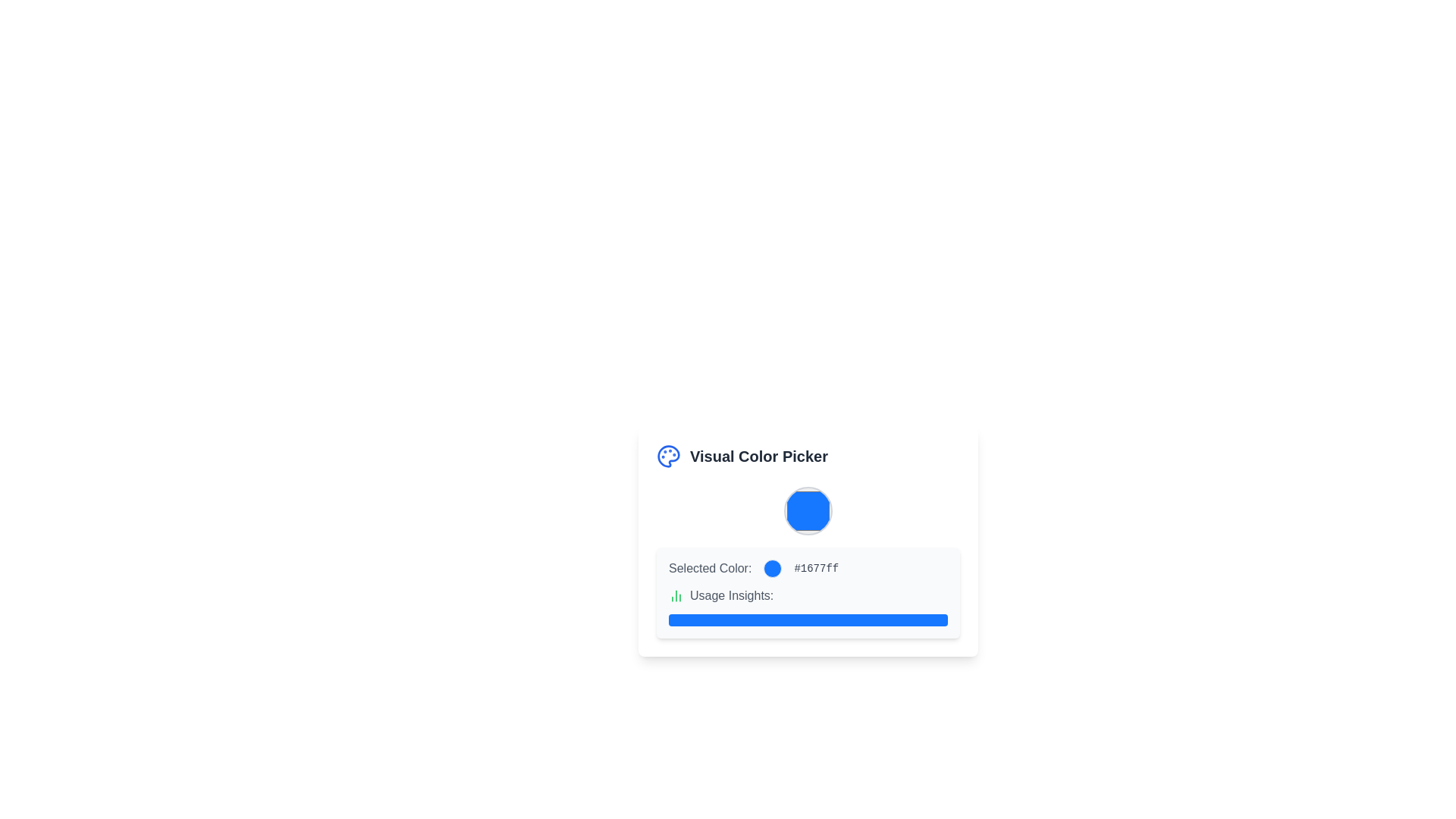  I want to click on text label that serves as a title for the interface section, located to the right of a blue palette icon and above a blue-colored circle, so click(758, 455).